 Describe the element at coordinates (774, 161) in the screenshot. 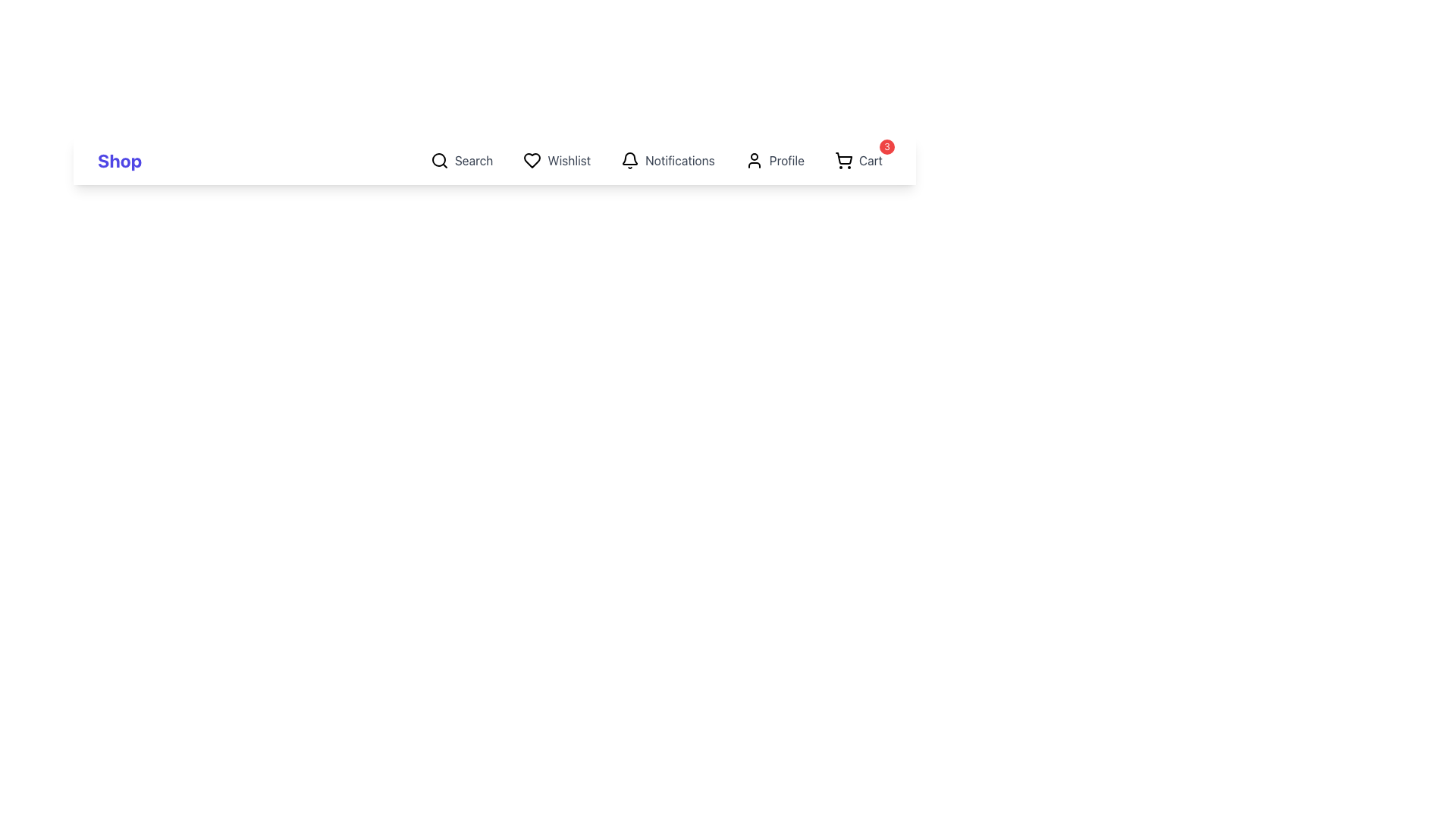

I see `the fifth button in the navigation bar` at that location.